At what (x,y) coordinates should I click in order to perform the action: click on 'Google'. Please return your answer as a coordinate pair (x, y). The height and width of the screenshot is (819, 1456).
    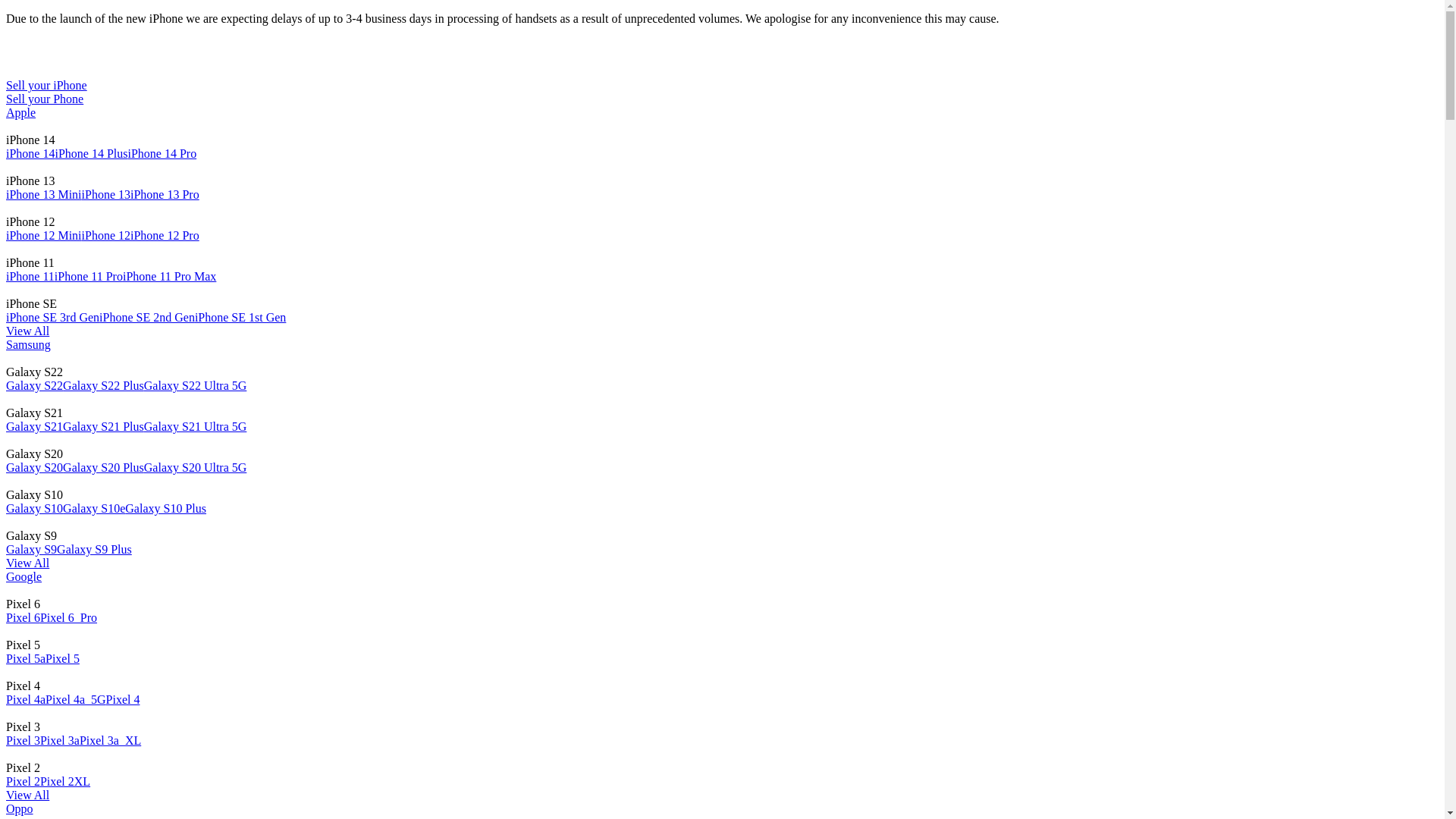
    Looking at the image, I should click on (24, 576).